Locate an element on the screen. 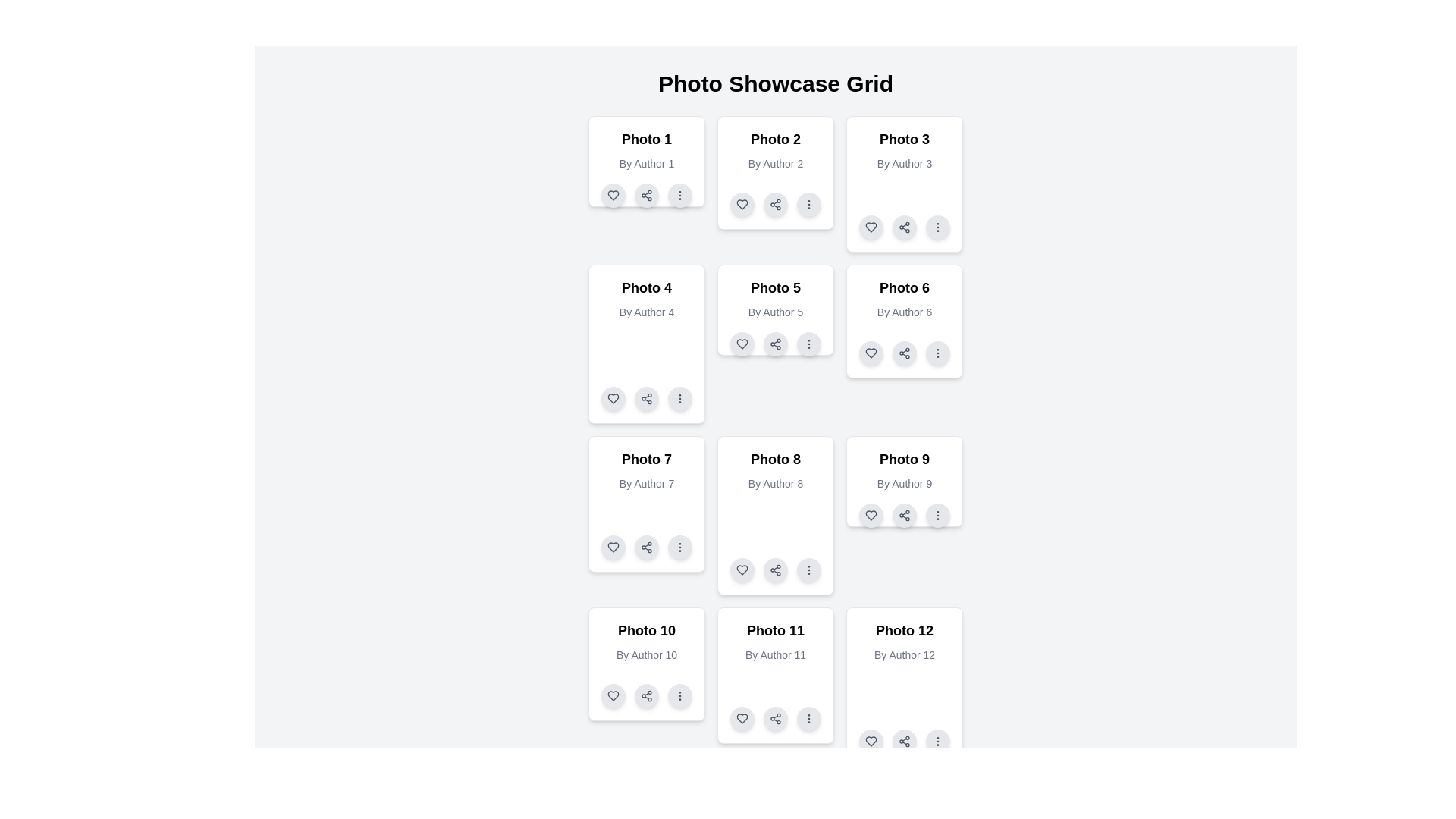 This screenshot has height=819, width=1456. the interactive button located in the second card of the topmost row of the grid layout to reveal the dropdown menu or additional options is located at coordinates (808, 205).